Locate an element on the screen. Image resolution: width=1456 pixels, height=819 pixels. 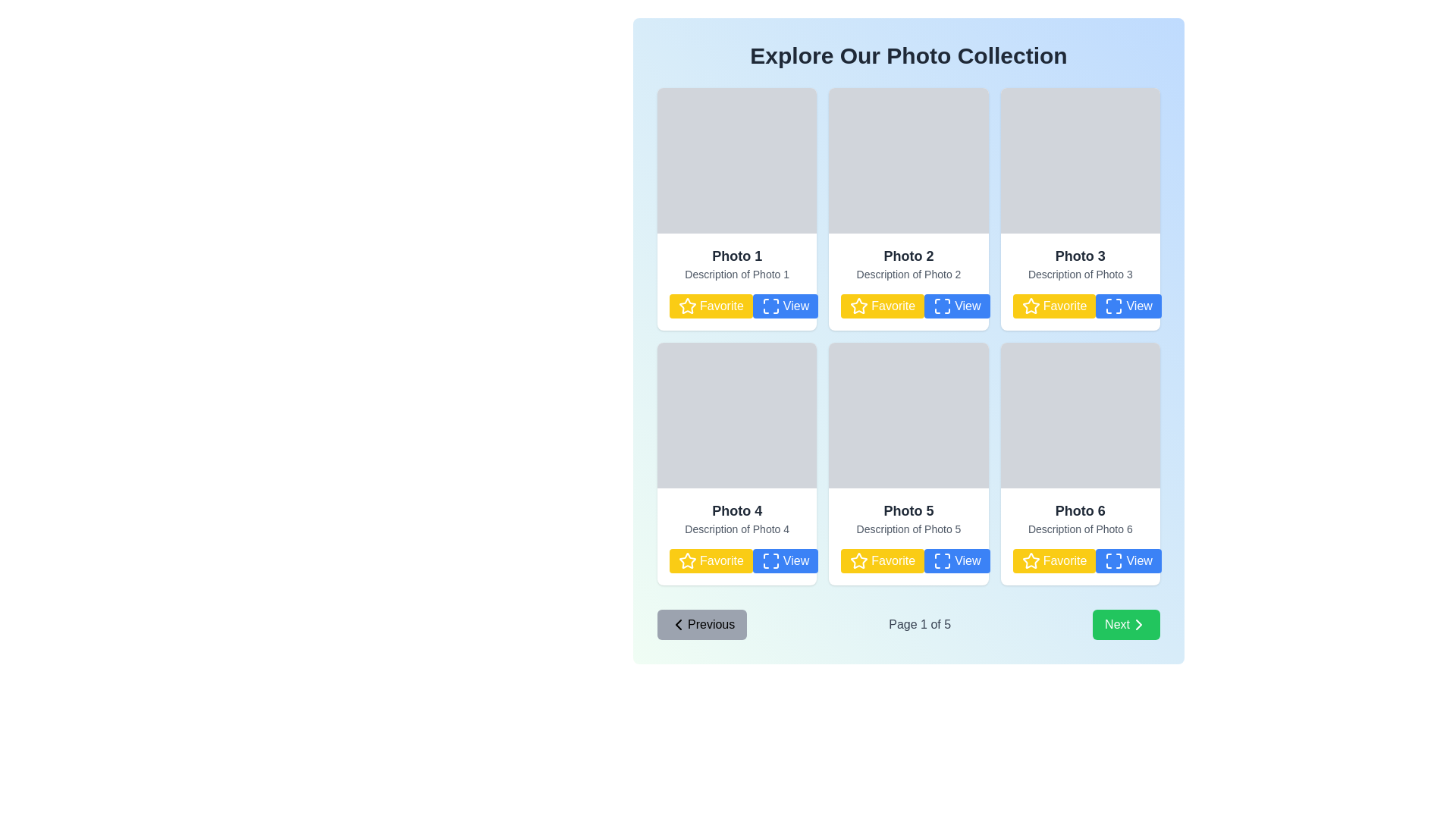
the text label styled with 'text-gray-600 text-sm' that reads 'Description of Photo 6', located below the heading 'Photo 6' and above the options 'Favorite' and 'View' is located at coordinates (1079, 529).